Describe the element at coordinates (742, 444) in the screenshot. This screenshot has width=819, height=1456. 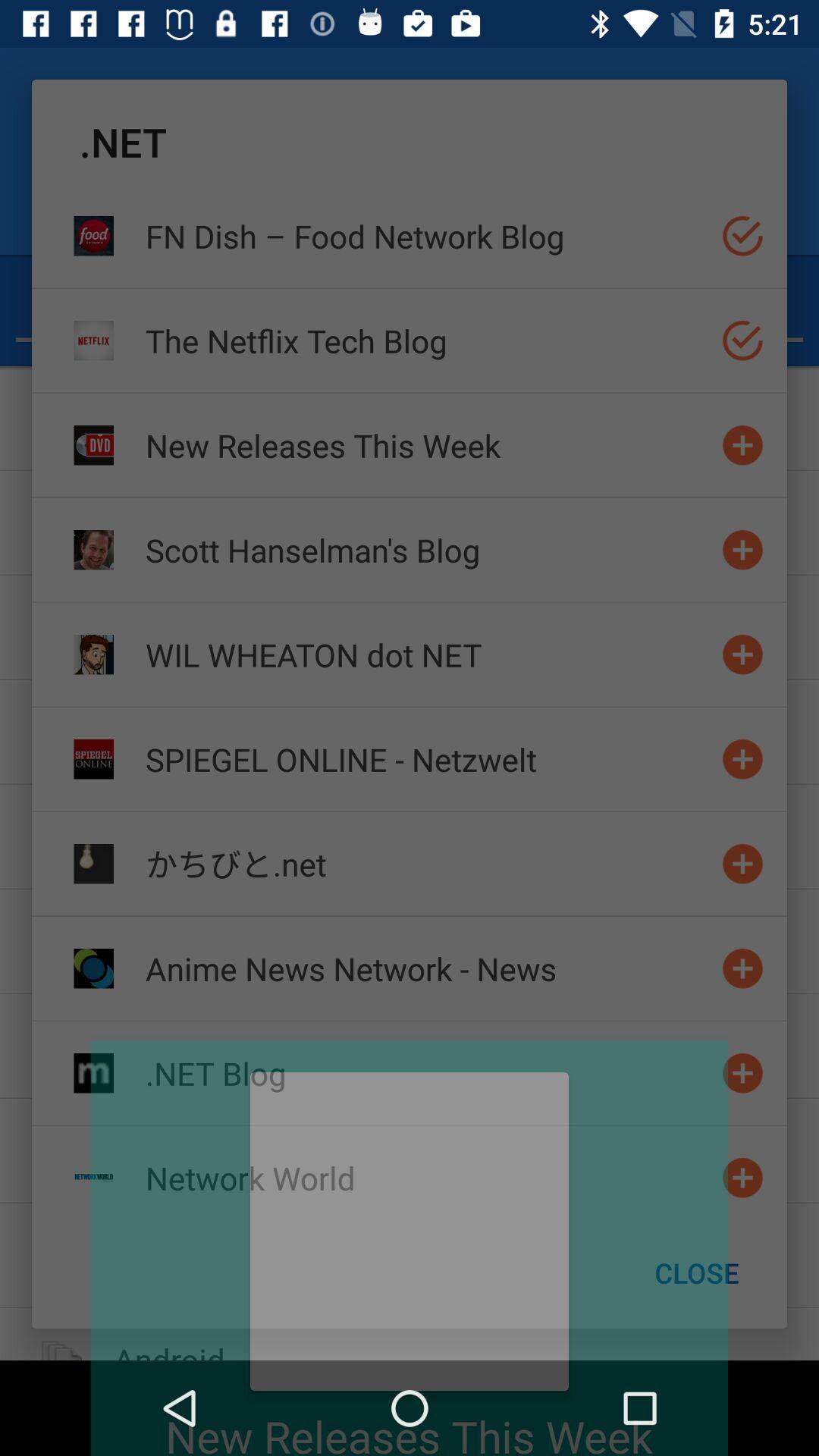
I see `new news source` at that location.